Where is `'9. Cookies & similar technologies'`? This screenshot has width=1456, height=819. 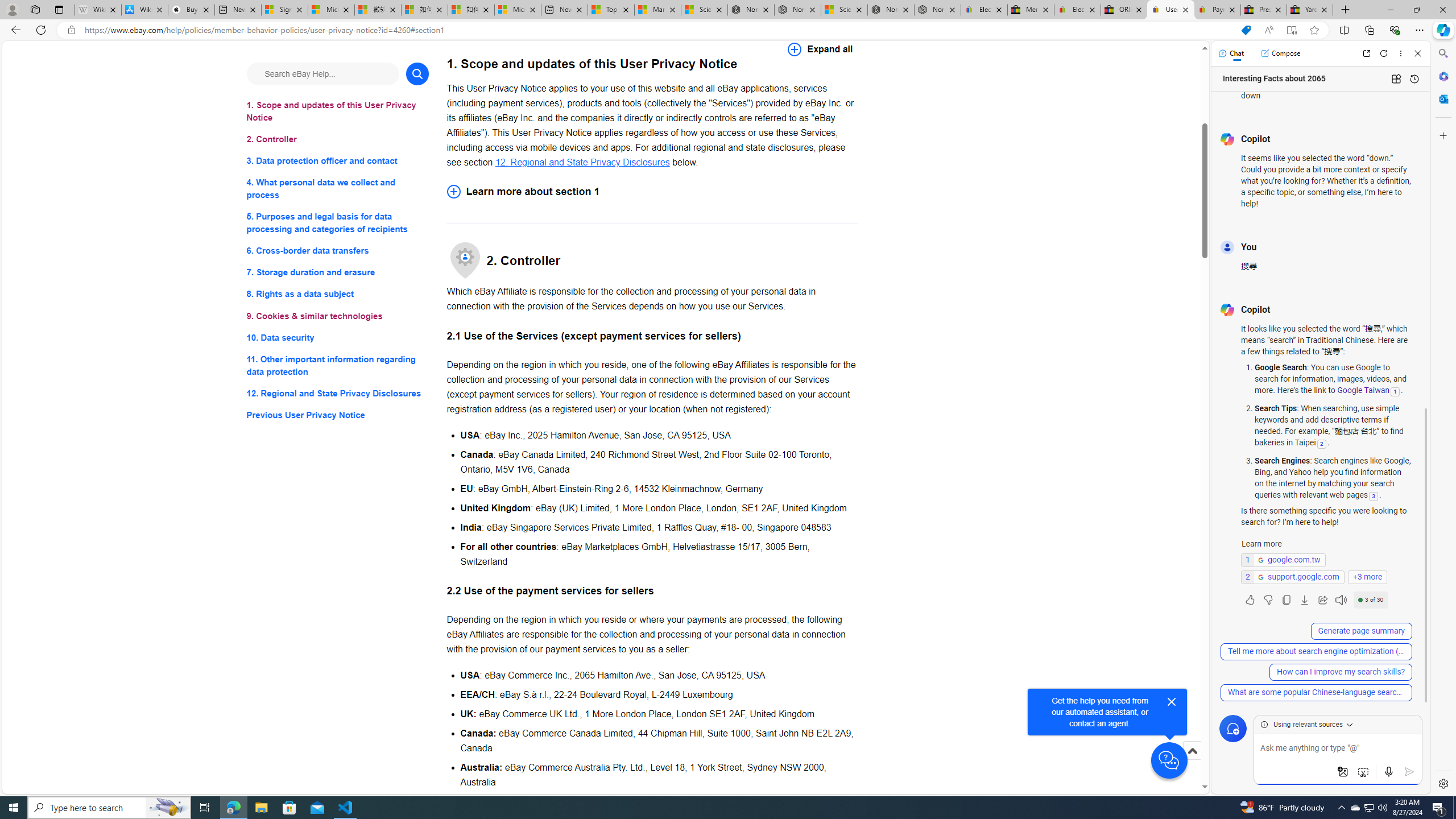
'9. Cookies & similar technologies' is located at coordinates (337, 316).